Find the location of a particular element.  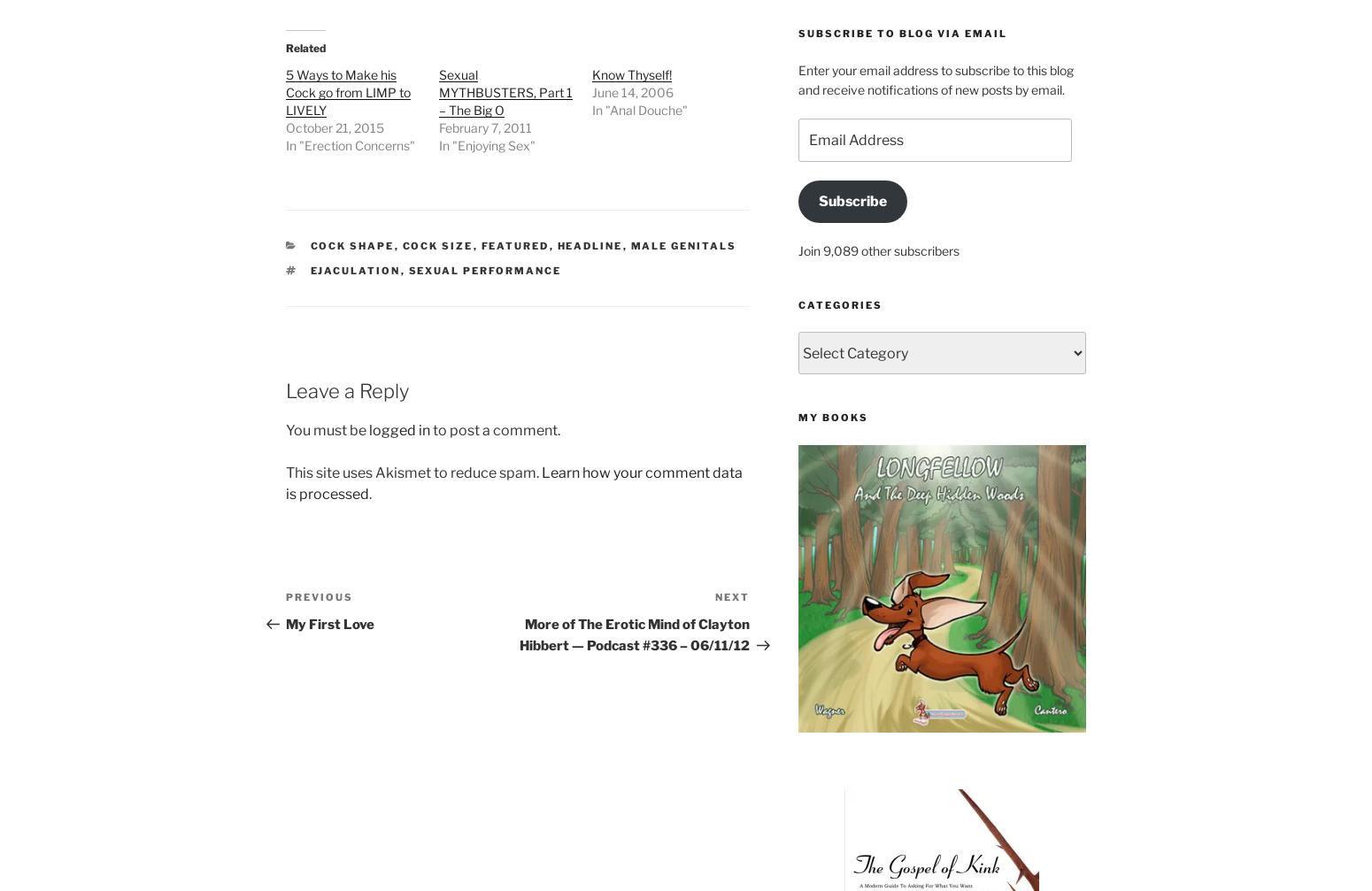

'.' is located at coordinates (370, 492).